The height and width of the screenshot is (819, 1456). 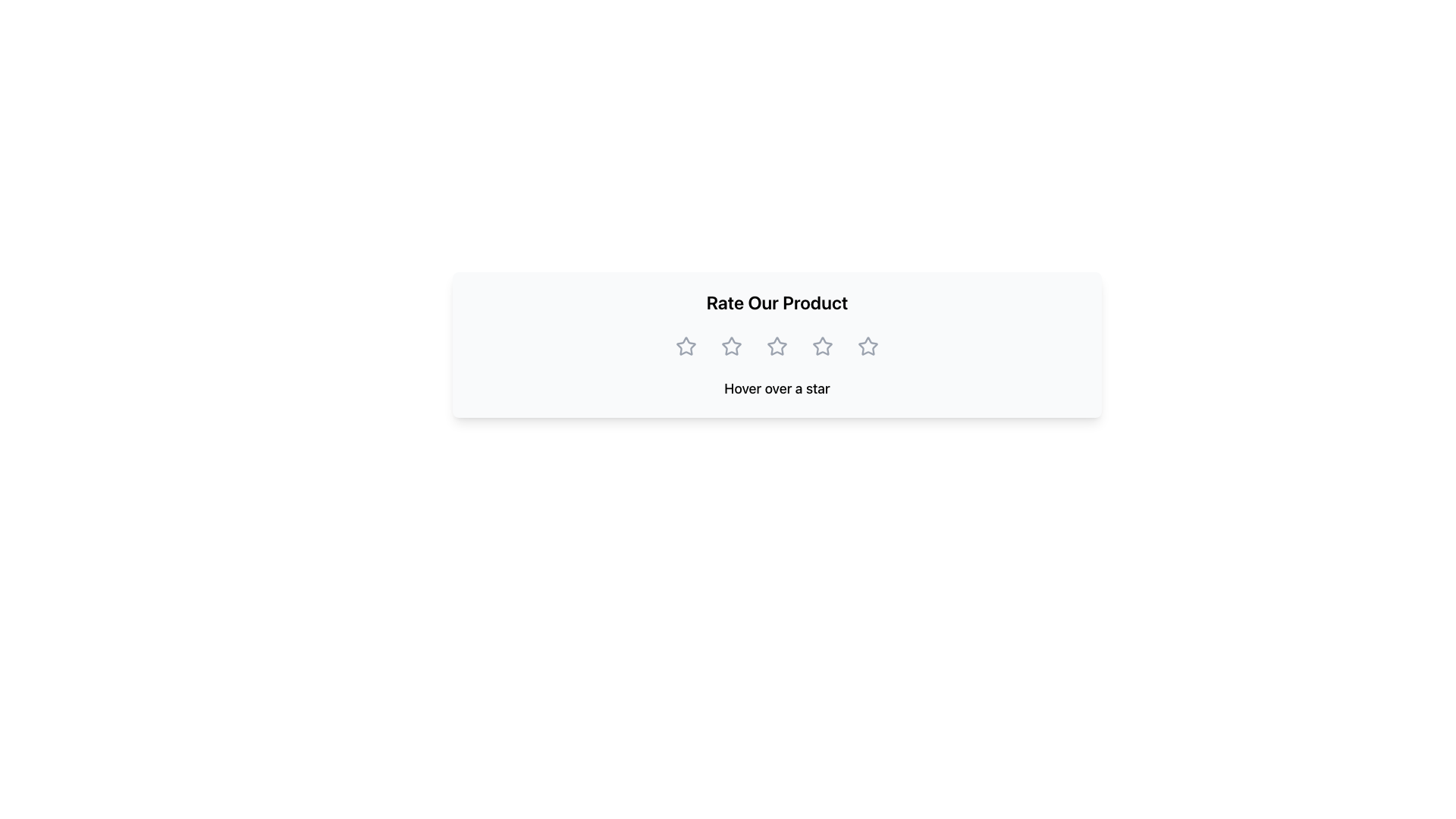 What do you see at coordinates (777, 346) in the screenshot?
I see `the third star-shaped rating button, which is gray and has a subtle shadow` at bounding box center [777, 346].